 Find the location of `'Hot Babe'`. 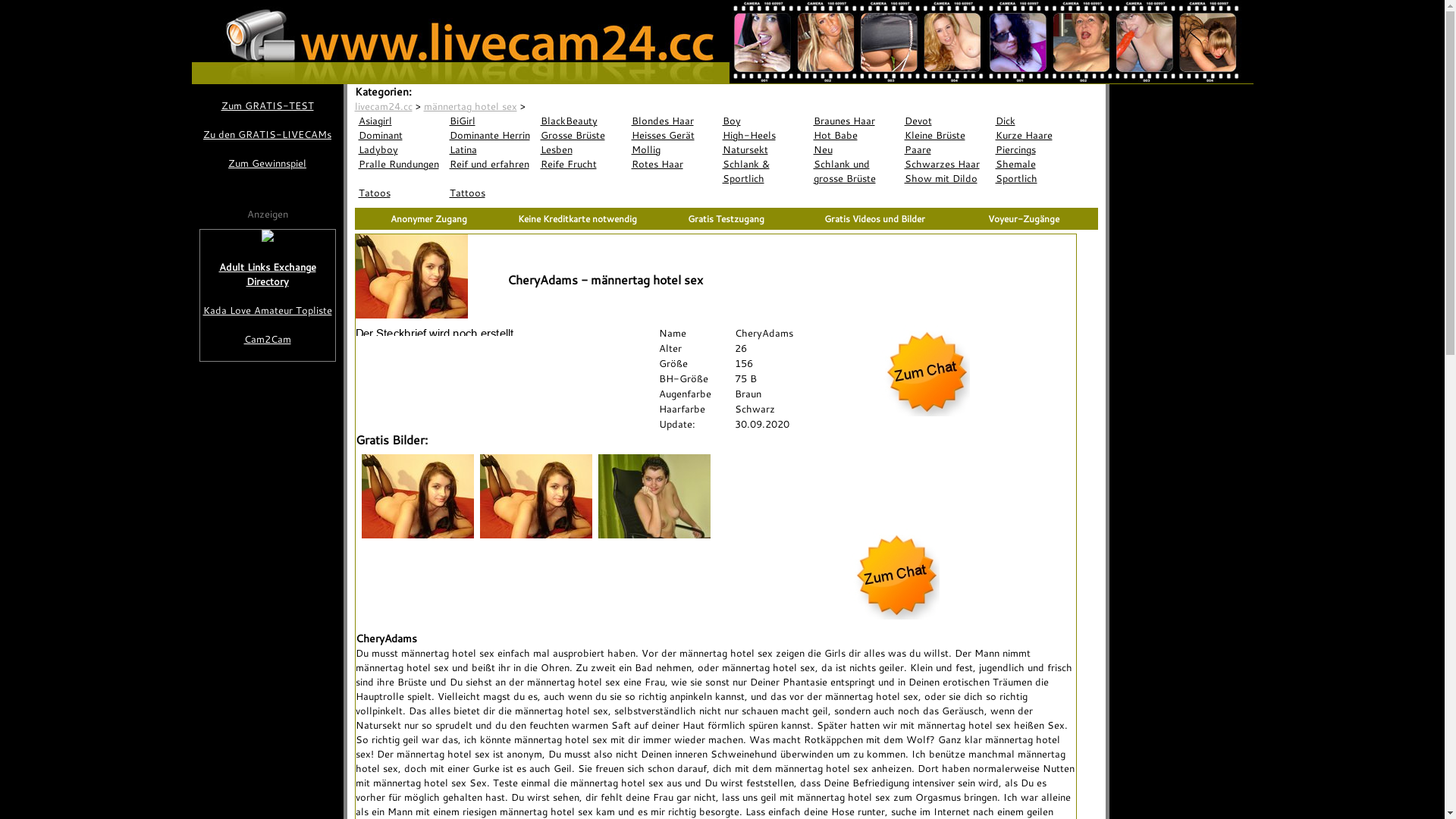

'Hot Babe' is located at coordinates (809, 134).